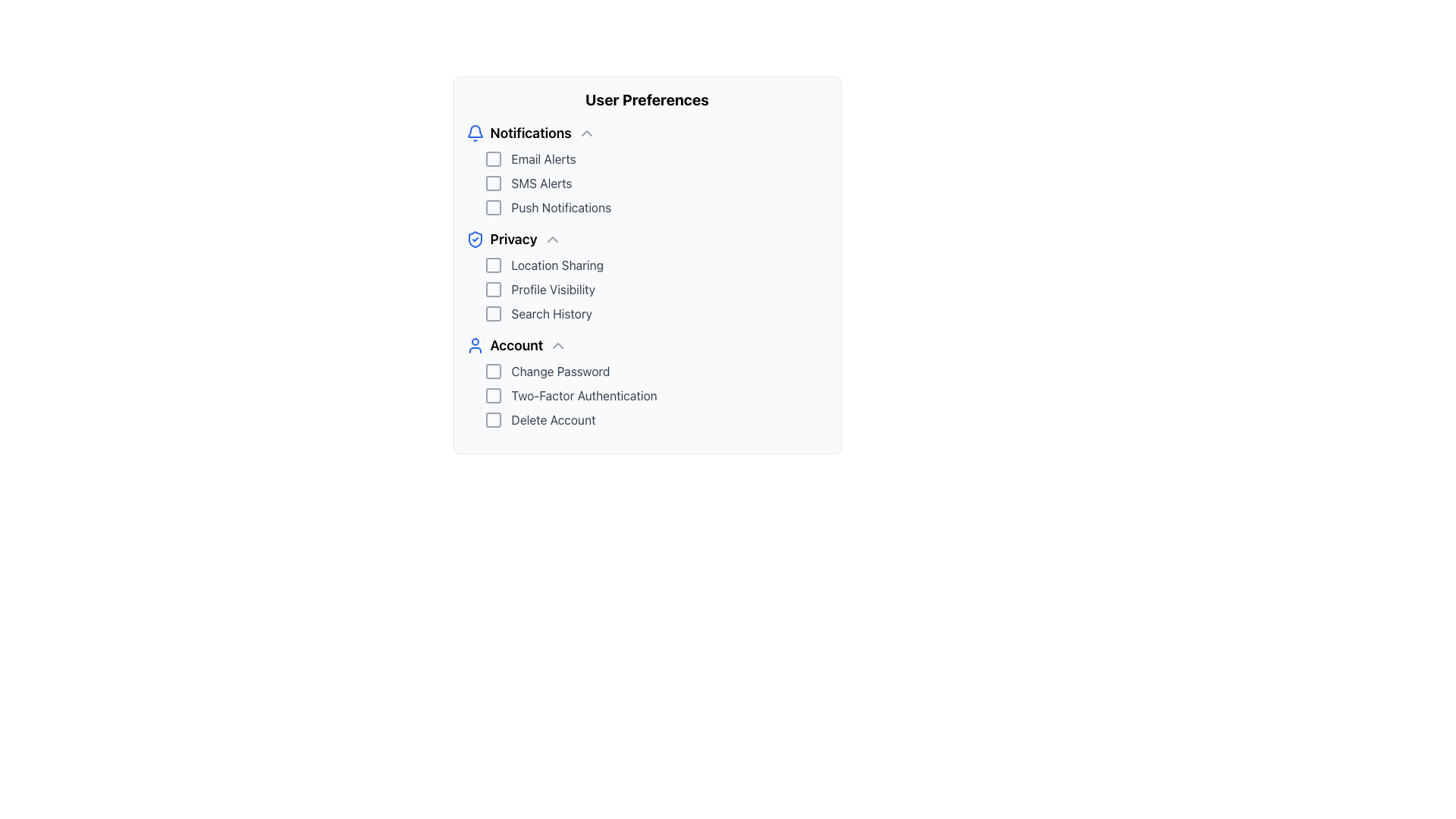  Describe the element at coordinates (493, 394) in the screenshot. I see `the checkbox located to the left of the text 'Two-Factor Authentication' in the 'Account' section of 'User Preferences' settings` at that location.